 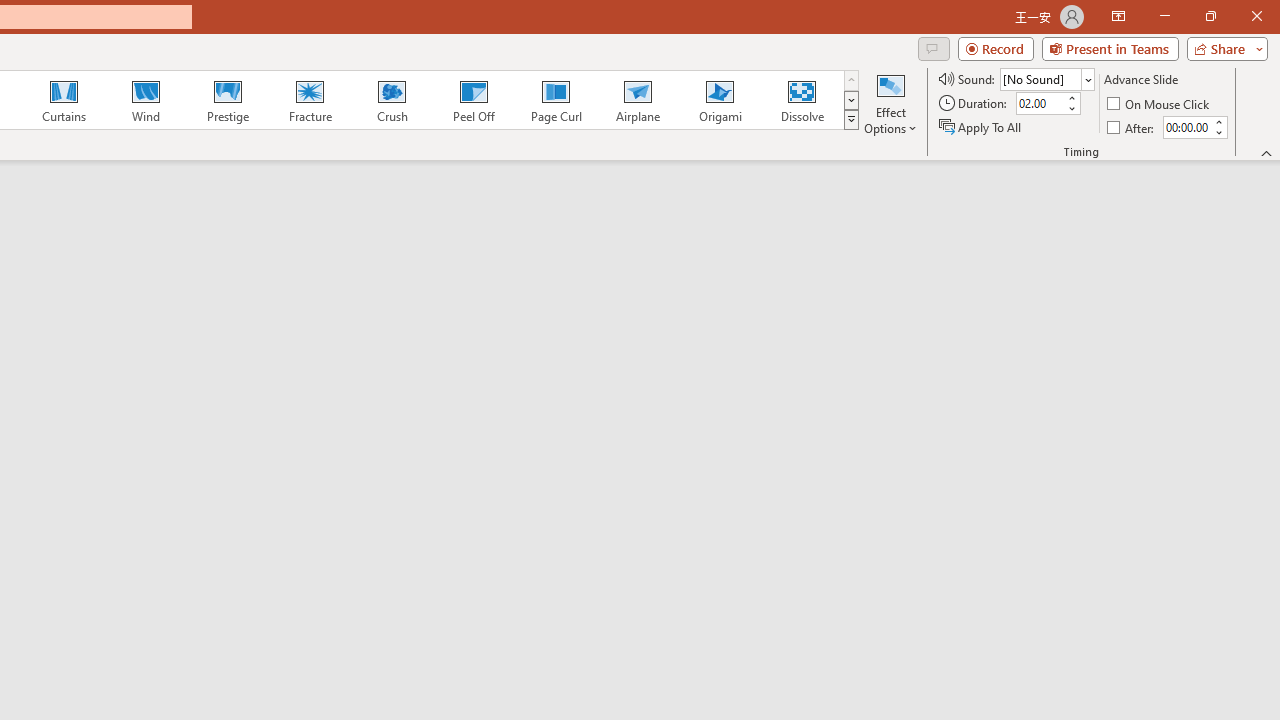 What do you see at coordinates (802, 100) in the screenshot?
I see `'Dissolve'` at bounding box center [802, 100].